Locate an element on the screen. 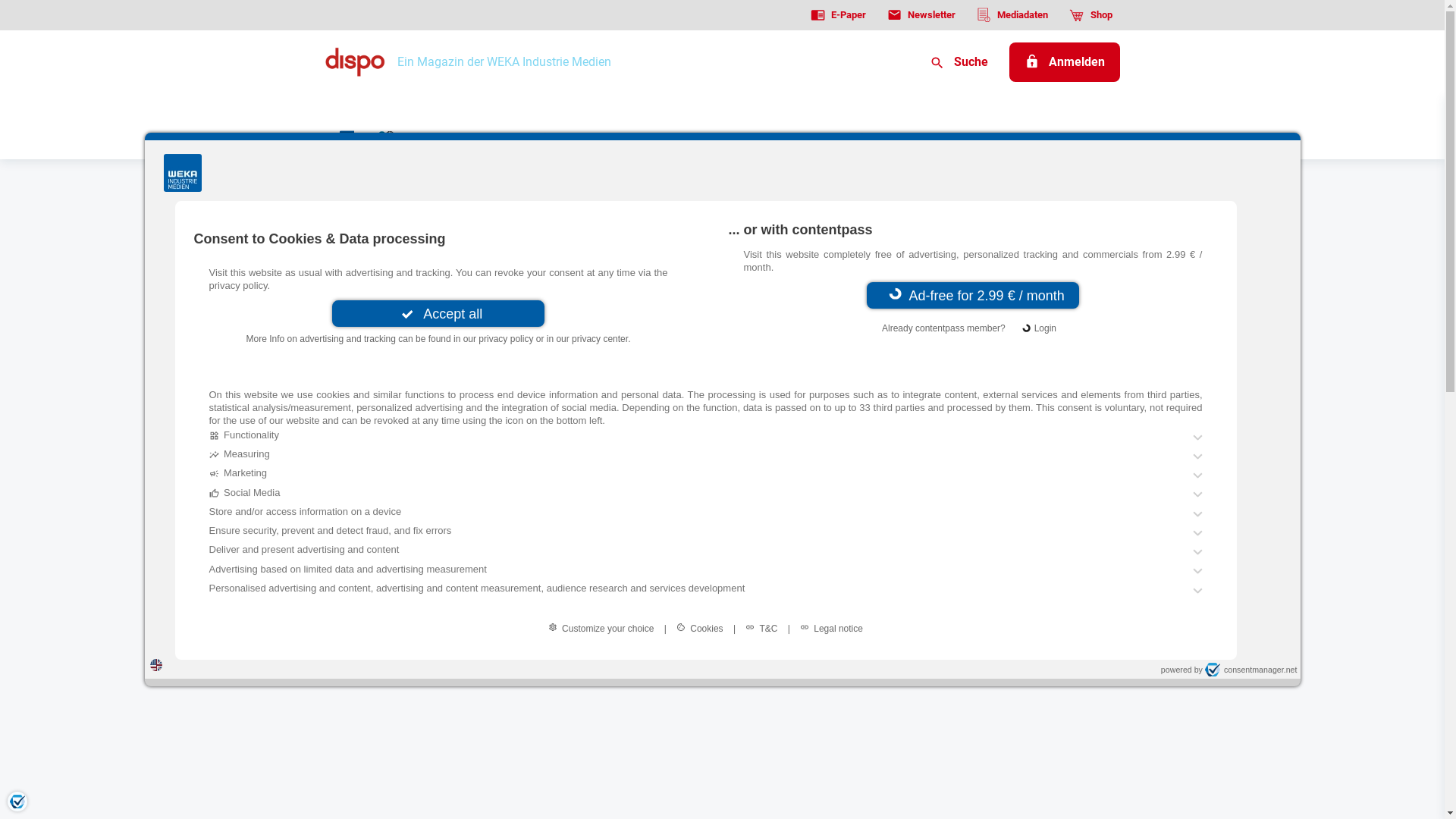 Image resolution: width=1456 pixels, height=819 pixels. 'Mediadaten' is located at coordinates (1012, 14).